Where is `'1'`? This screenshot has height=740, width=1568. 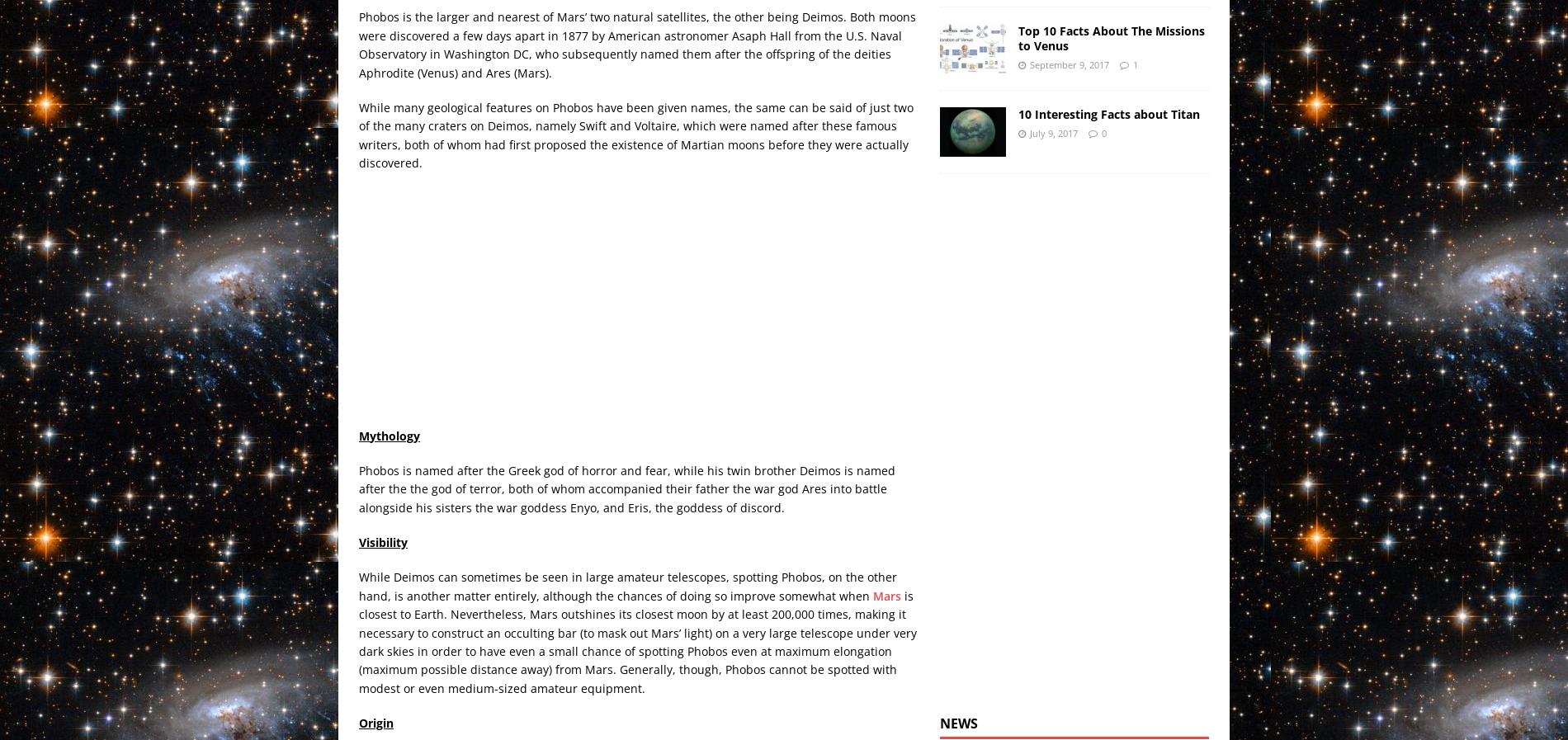
'1' is located at coordinates (1134, 63).